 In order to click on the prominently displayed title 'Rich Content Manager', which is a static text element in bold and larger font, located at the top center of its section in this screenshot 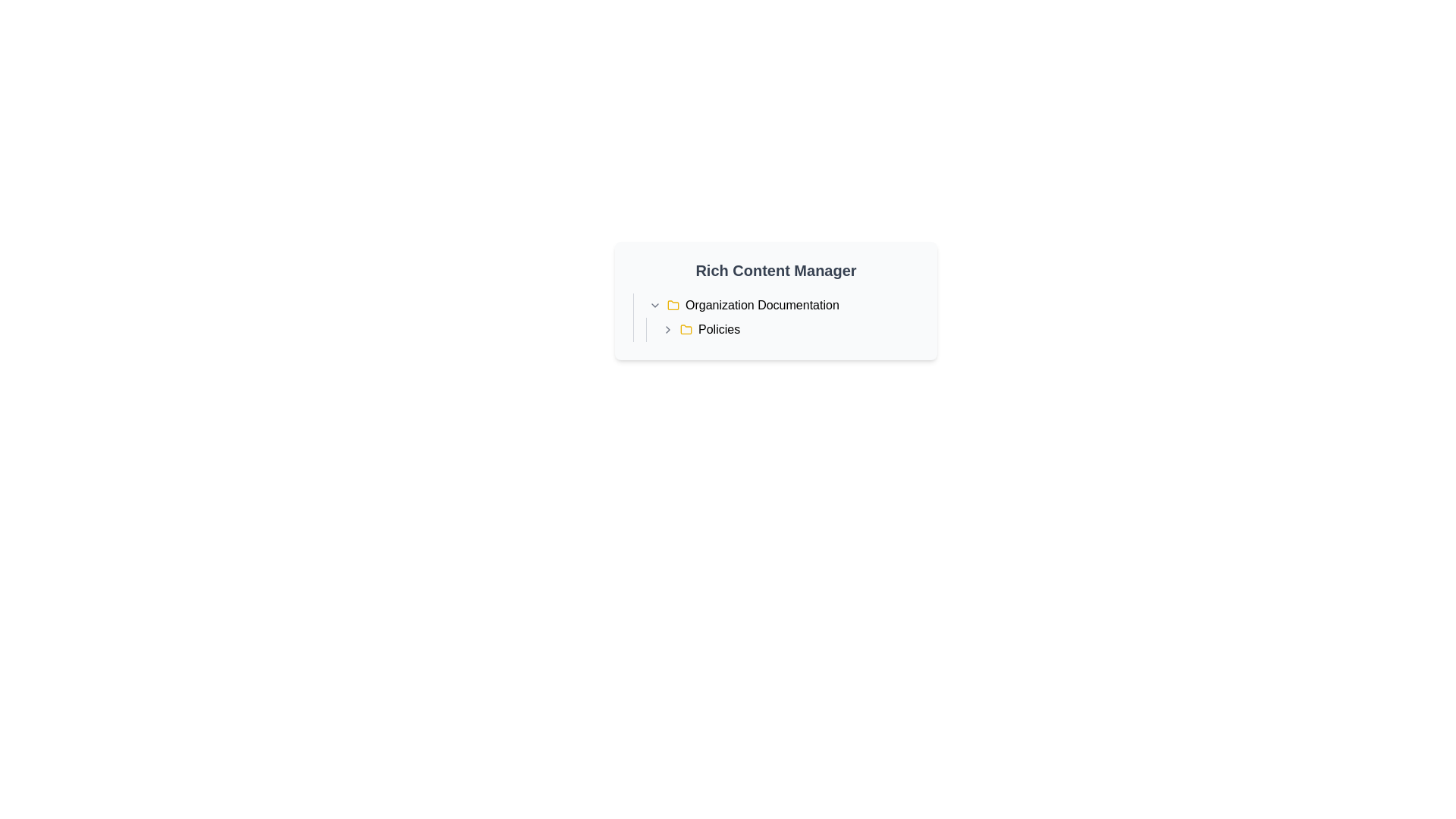, I will do `click(776, 270)`.